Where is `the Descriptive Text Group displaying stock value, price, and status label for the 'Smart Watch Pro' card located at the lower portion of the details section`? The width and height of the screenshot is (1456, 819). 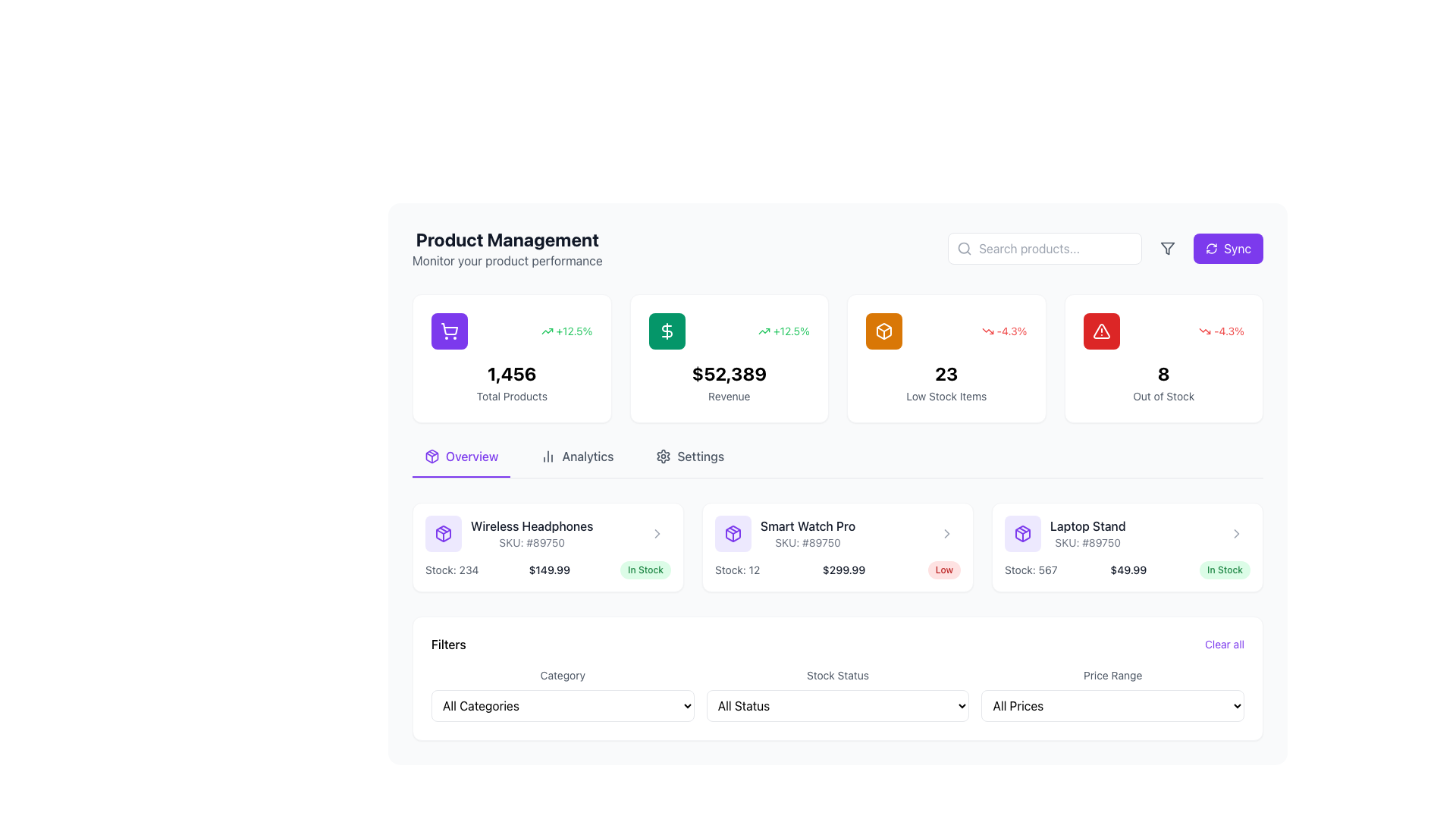
the Descriptive Text Group displaying stock value, price, and status label for the 'Smart Watch Pro' card located at the lower portion of the details section is located at coordinates (836, 570).